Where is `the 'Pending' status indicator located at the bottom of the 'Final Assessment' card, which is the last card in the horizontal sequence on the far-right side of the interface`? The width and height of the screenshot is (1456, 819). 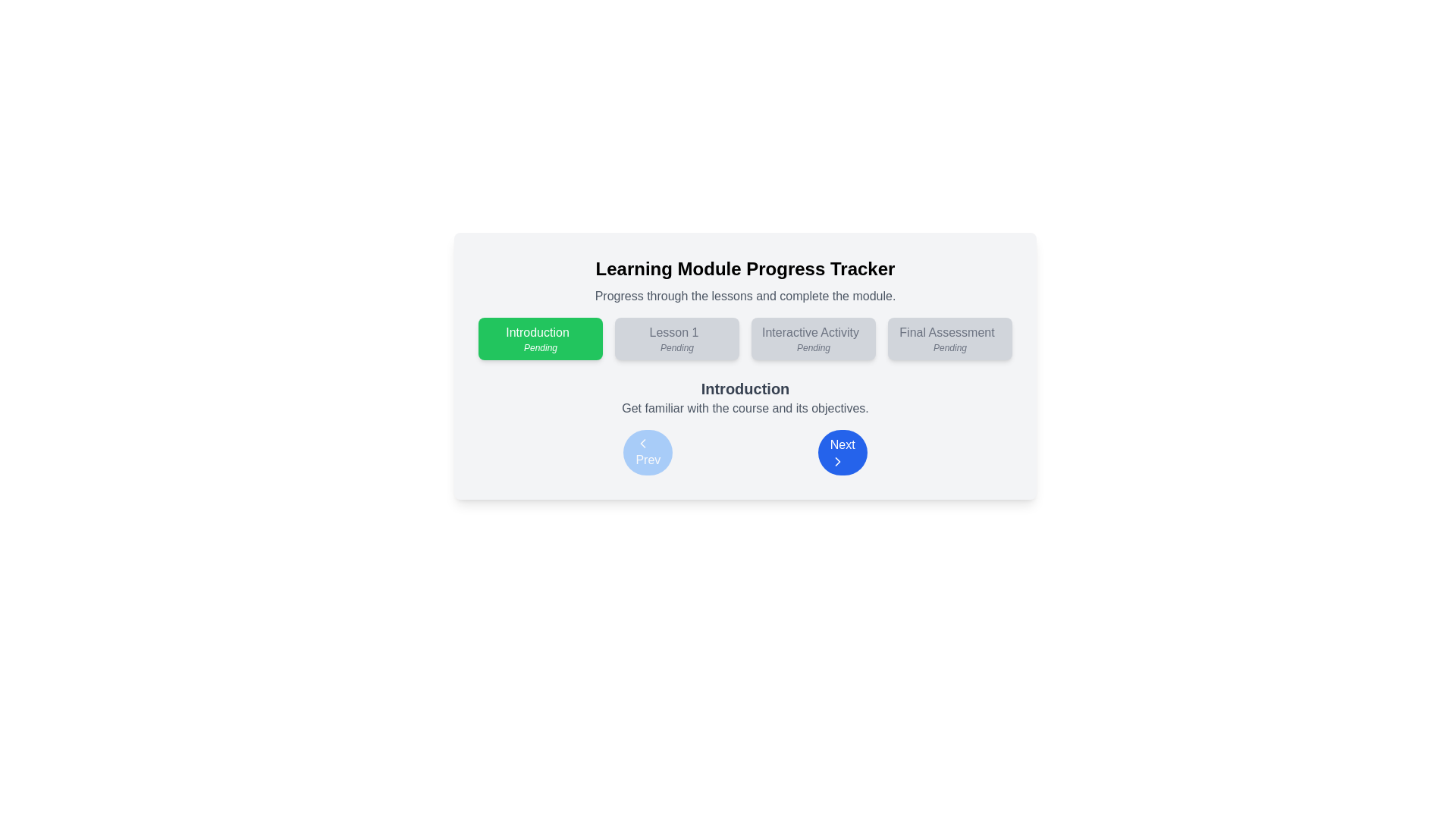
the 'Pending' status indicator located at the bottom of the 'Final Assessment' card, which is the last card in the horizontal sequence on the far-right side of the interface is located at coordinates (949, 348).